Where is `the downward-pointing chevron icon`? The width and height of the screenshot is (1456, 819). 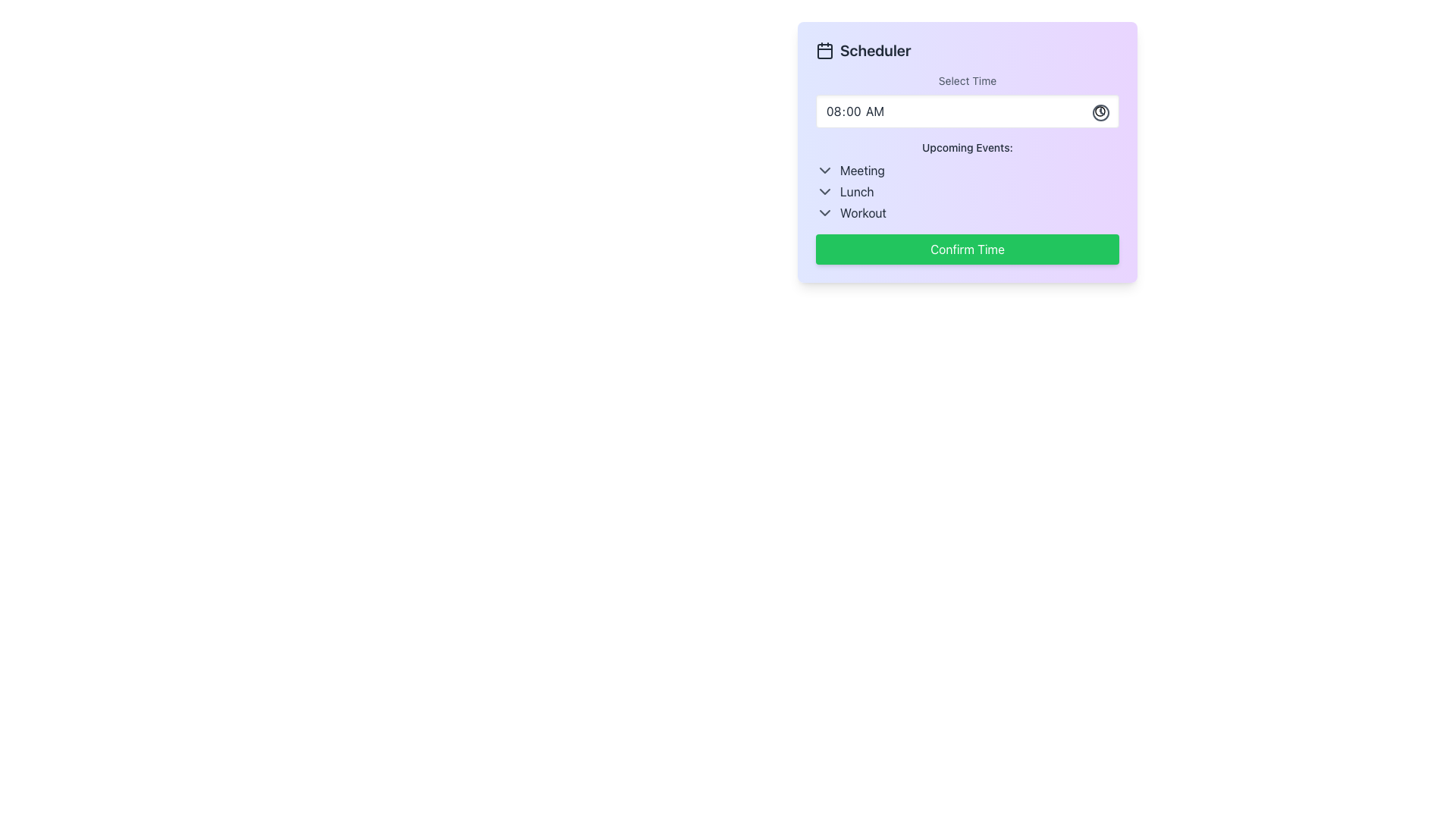
the downward-pointing chevron icon is located at coordinates (824, 170).